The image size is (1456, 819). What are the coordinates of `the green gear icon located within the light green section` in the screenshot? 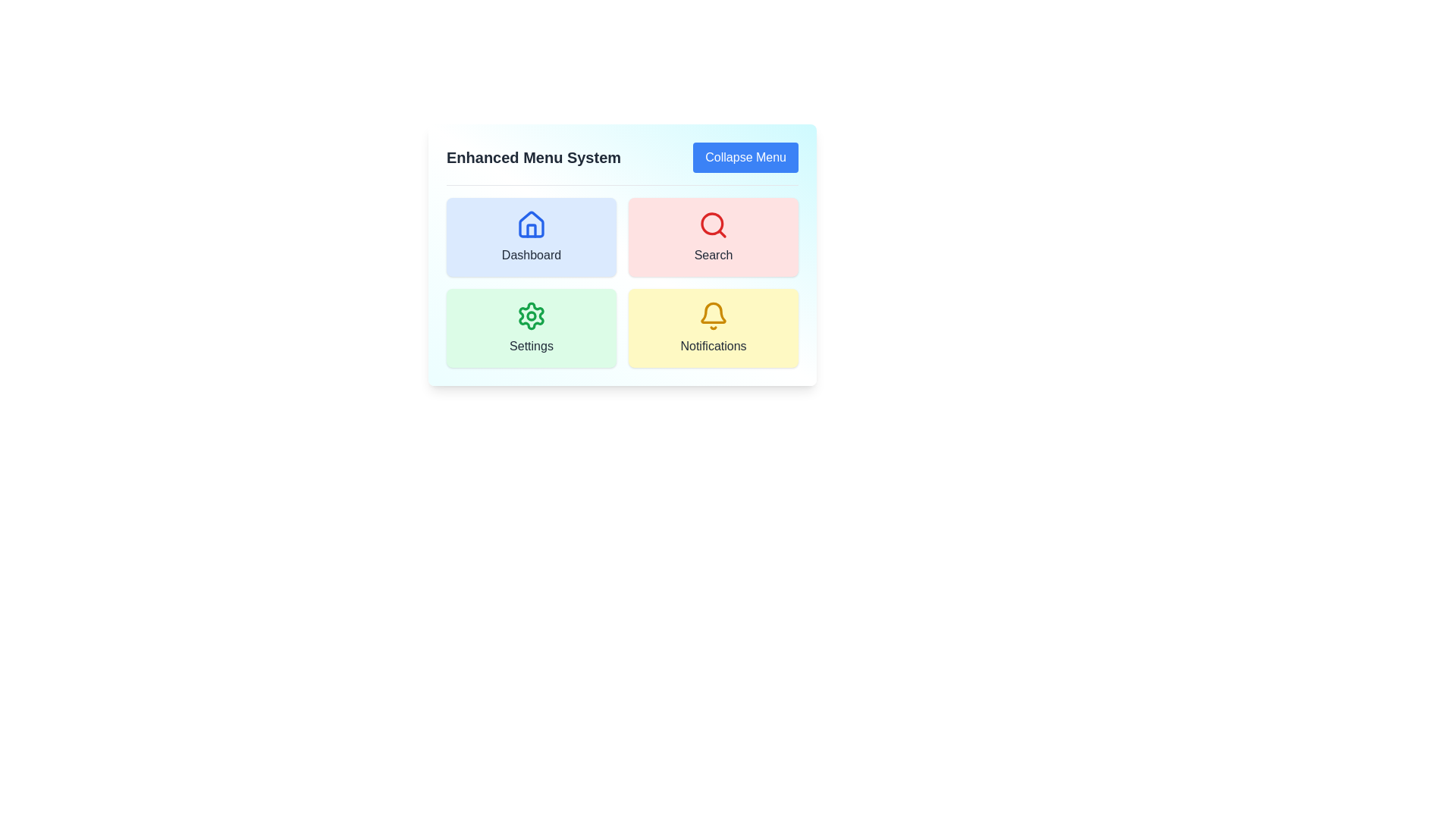 It's located at (531, 315).